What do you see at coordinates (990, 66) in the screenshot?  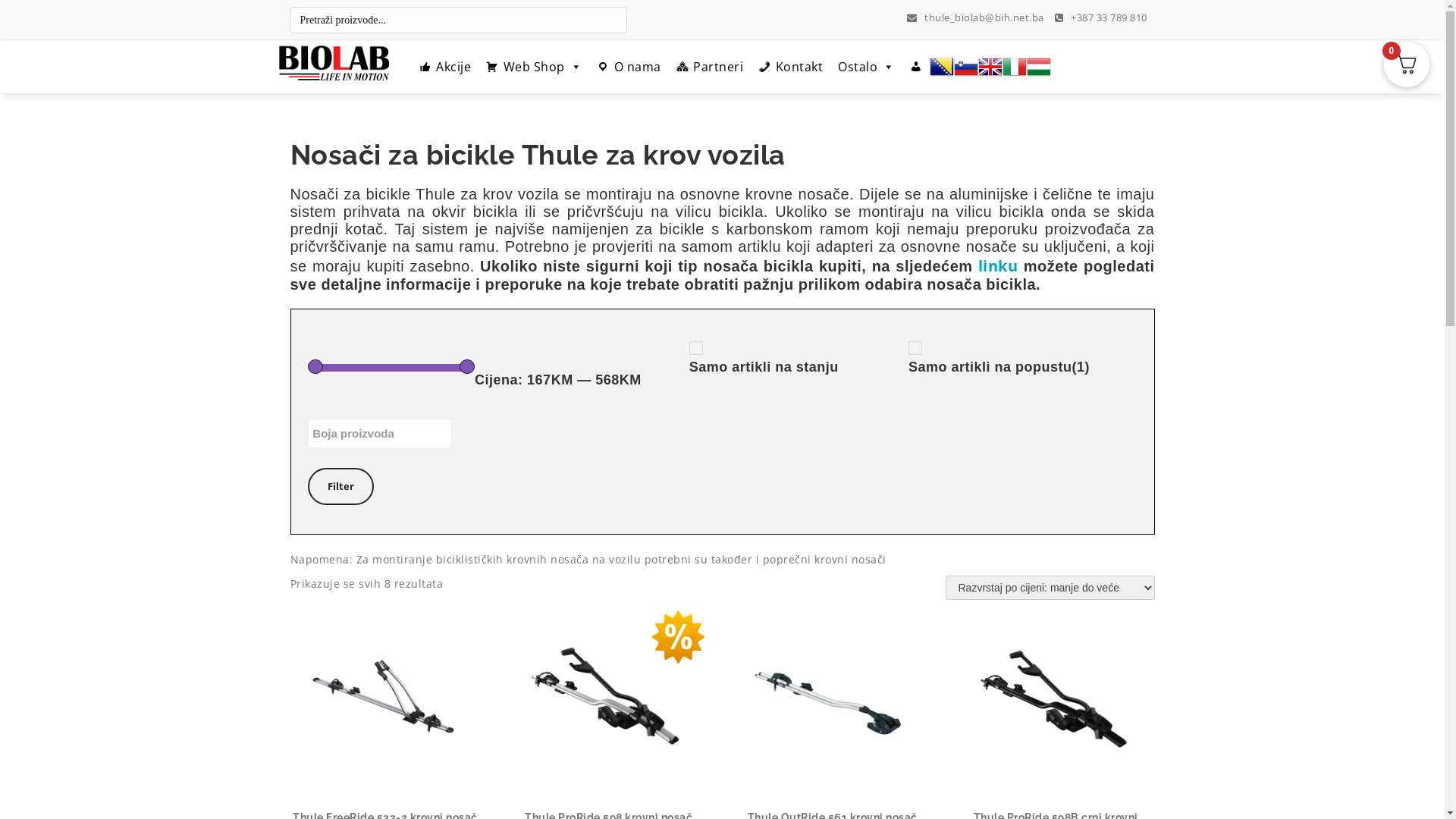 I see `'English'` at bounding box center [990, 66].